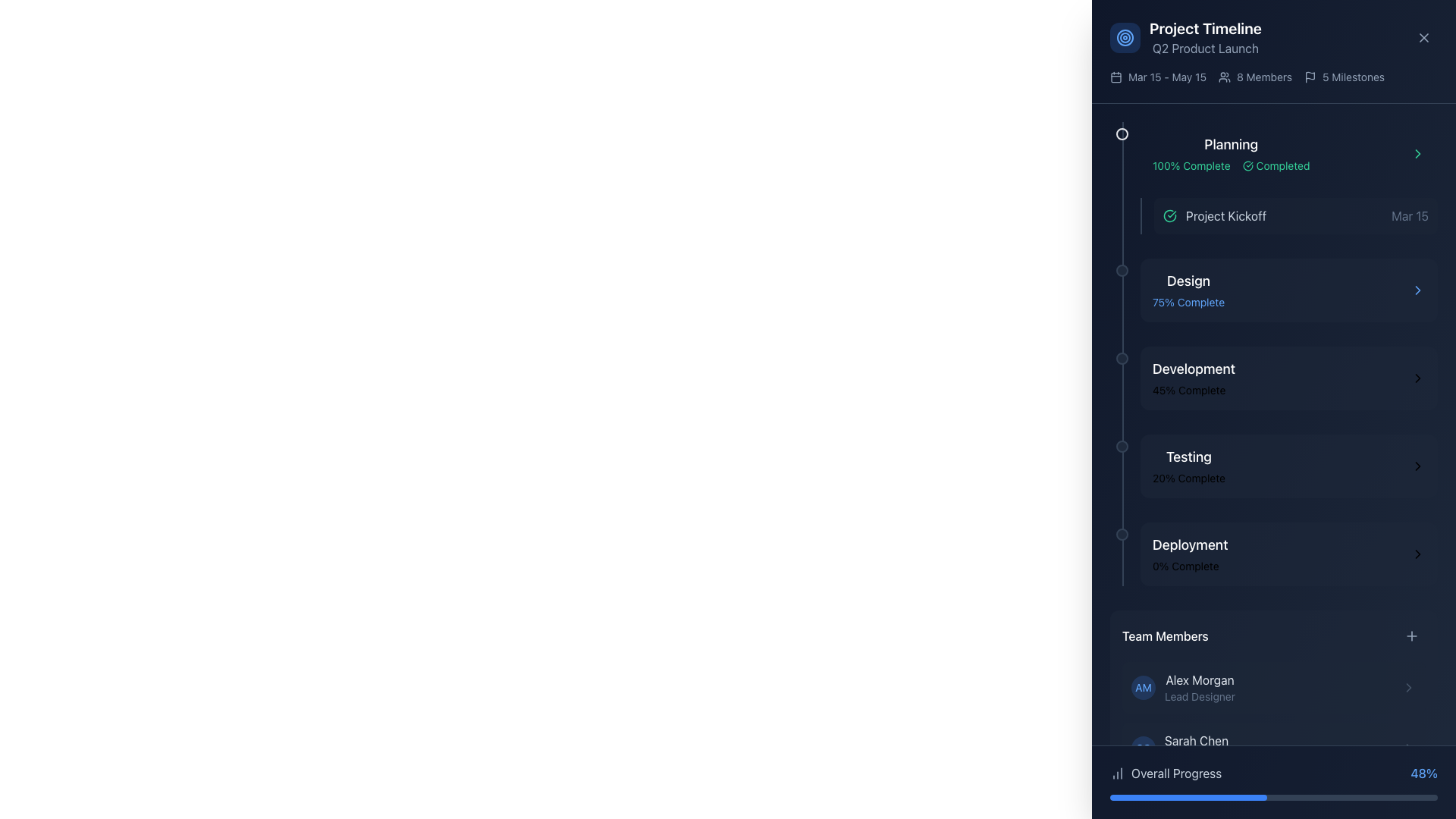 This screenshot has width=1456, height=819. What do you see at coordinates (1224, 77) in the screenshot?
I see `the member icon located at the top-right of the interface, which visually indicates the concept of members or a user group in the project timeline` at bounding box center [1224, 77].